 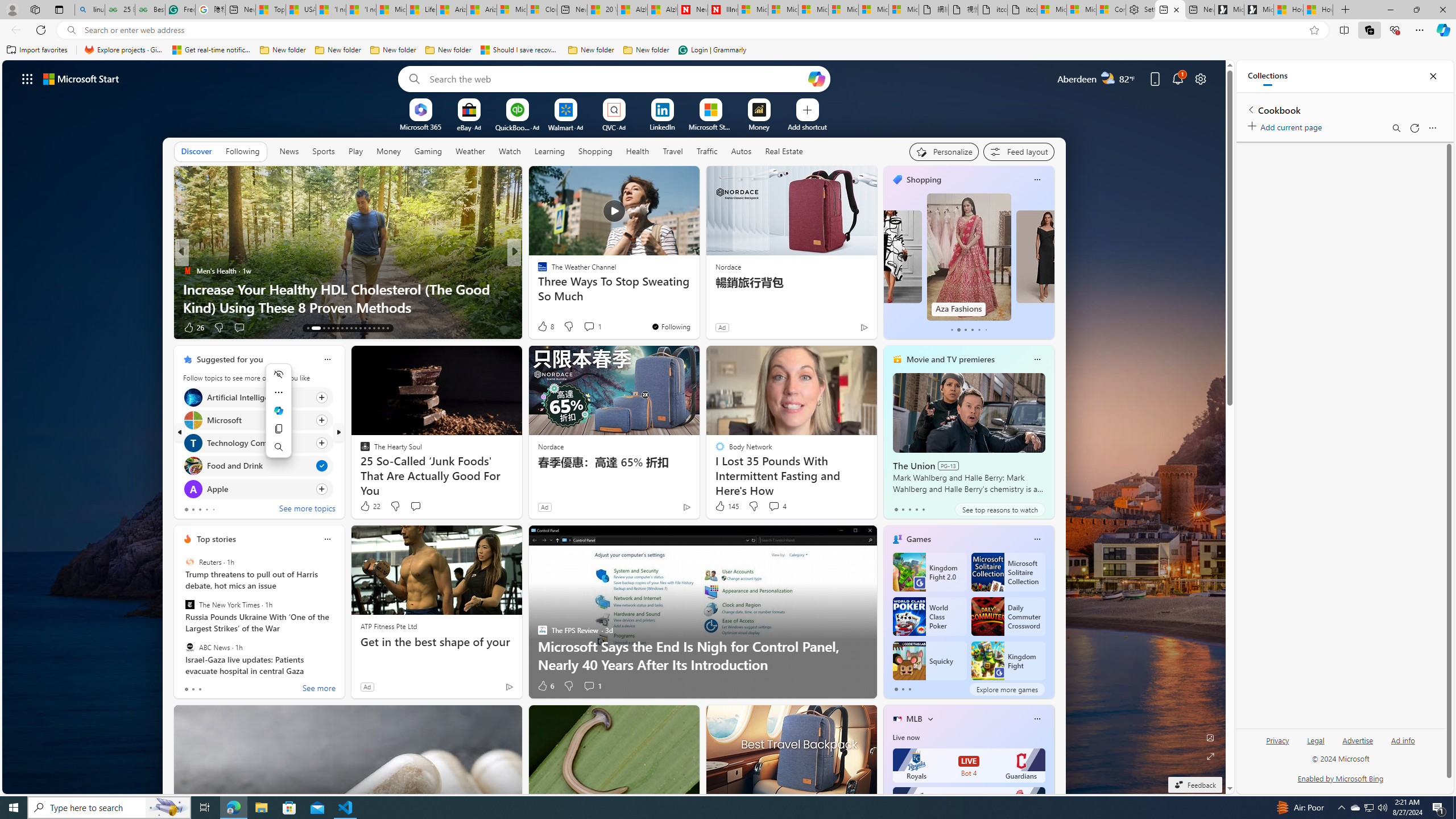 I want to click on '20 Ways to Boost Your Protein Intake at Every Meal', so click(x=601, y=9).